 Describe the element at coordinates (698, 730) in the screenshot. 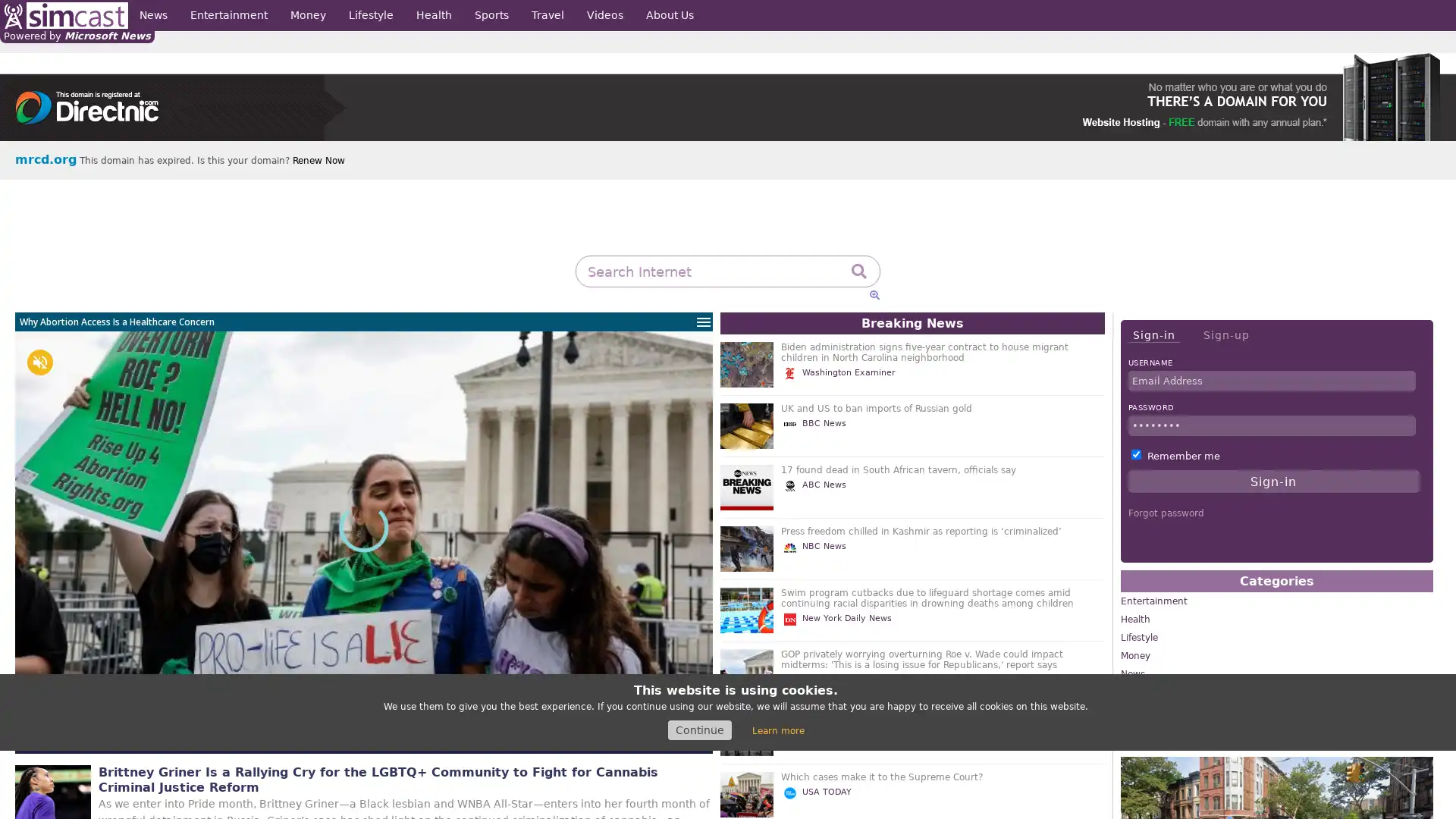

I see `Continue` at that location.